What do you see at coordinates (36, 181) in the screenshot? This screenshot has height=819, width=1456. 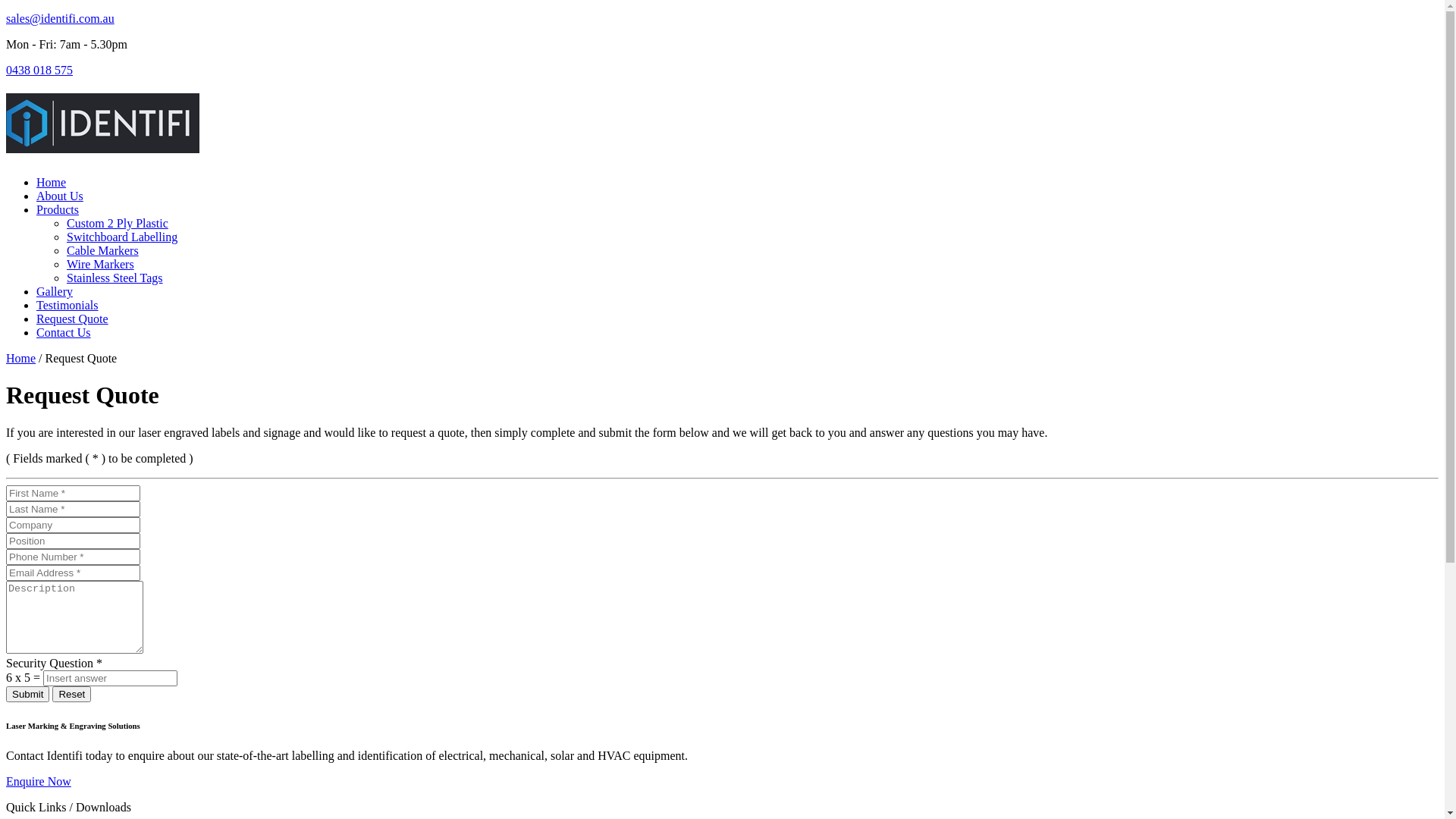 I see `'Home'` at bounding box center [36, 181].